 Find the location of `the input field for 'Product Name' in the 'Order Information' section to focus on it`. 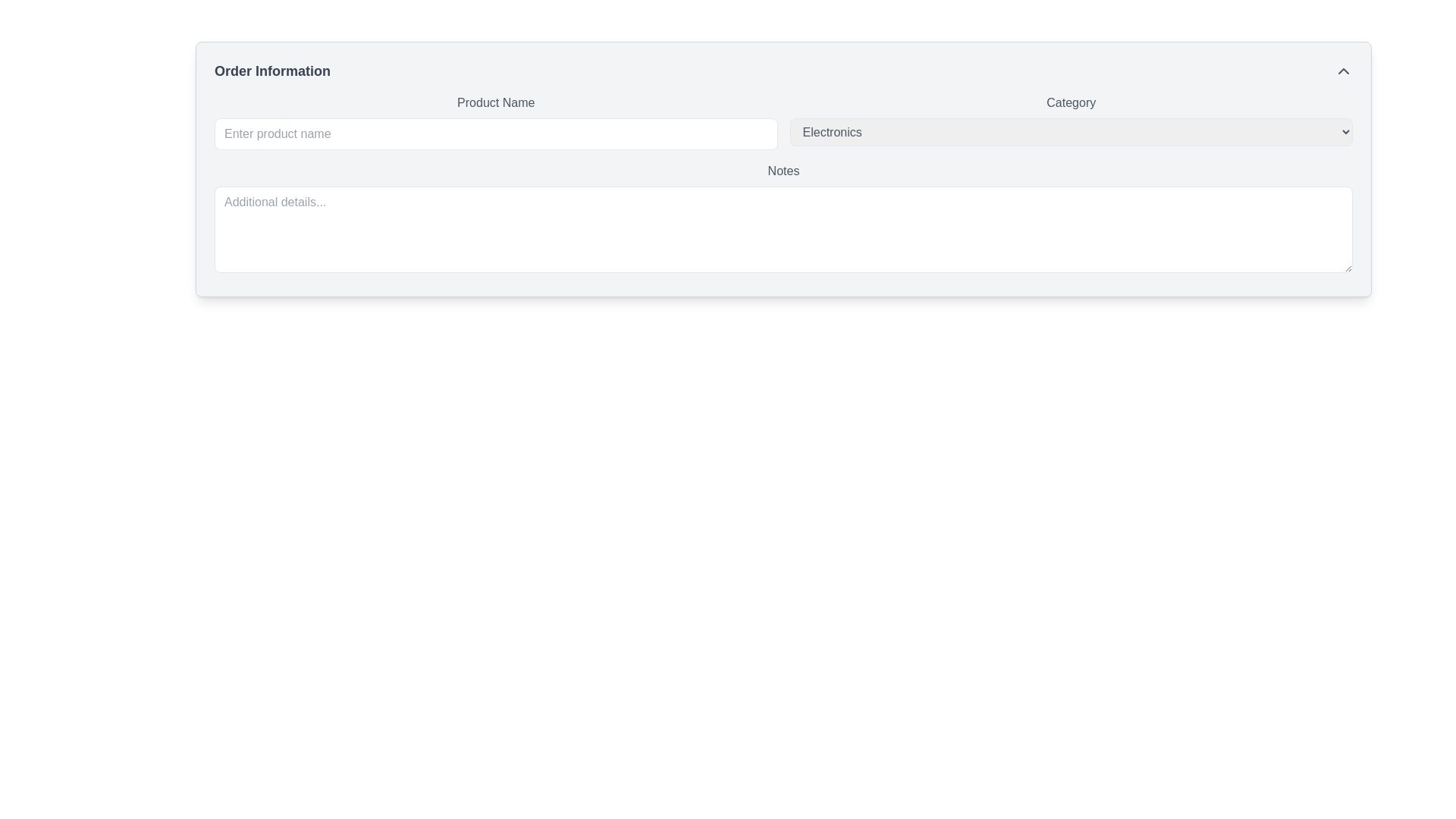

the input field for 'Product Name' in the 'Order Information' section to focus on it is located at coordinates (496, 133).